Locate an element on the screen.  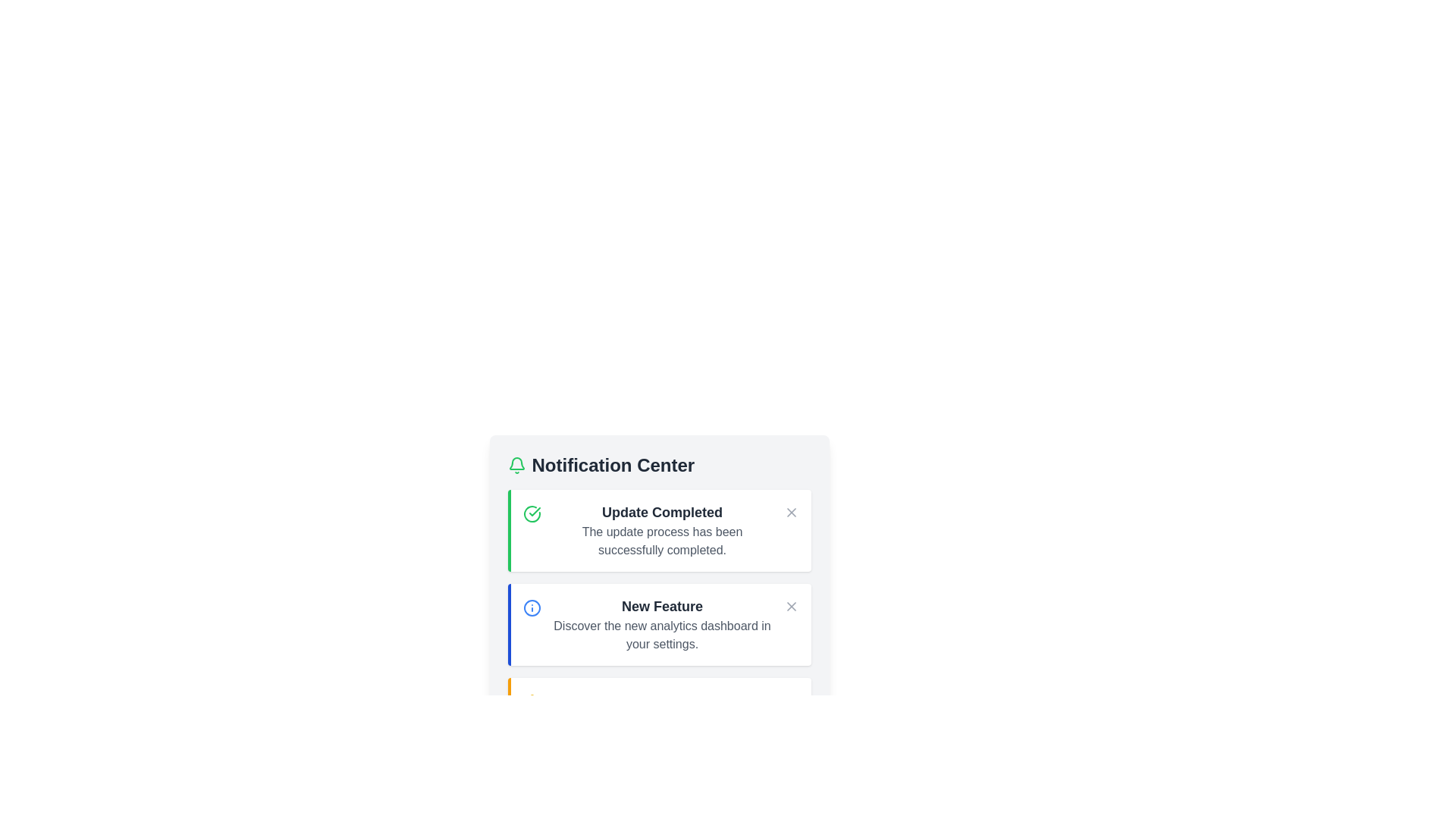
the text label that reads 'New Feature' styled in bold, large gray font, located at the top of the notification card in the Notification Center interface is located at coordinates (662, 605).